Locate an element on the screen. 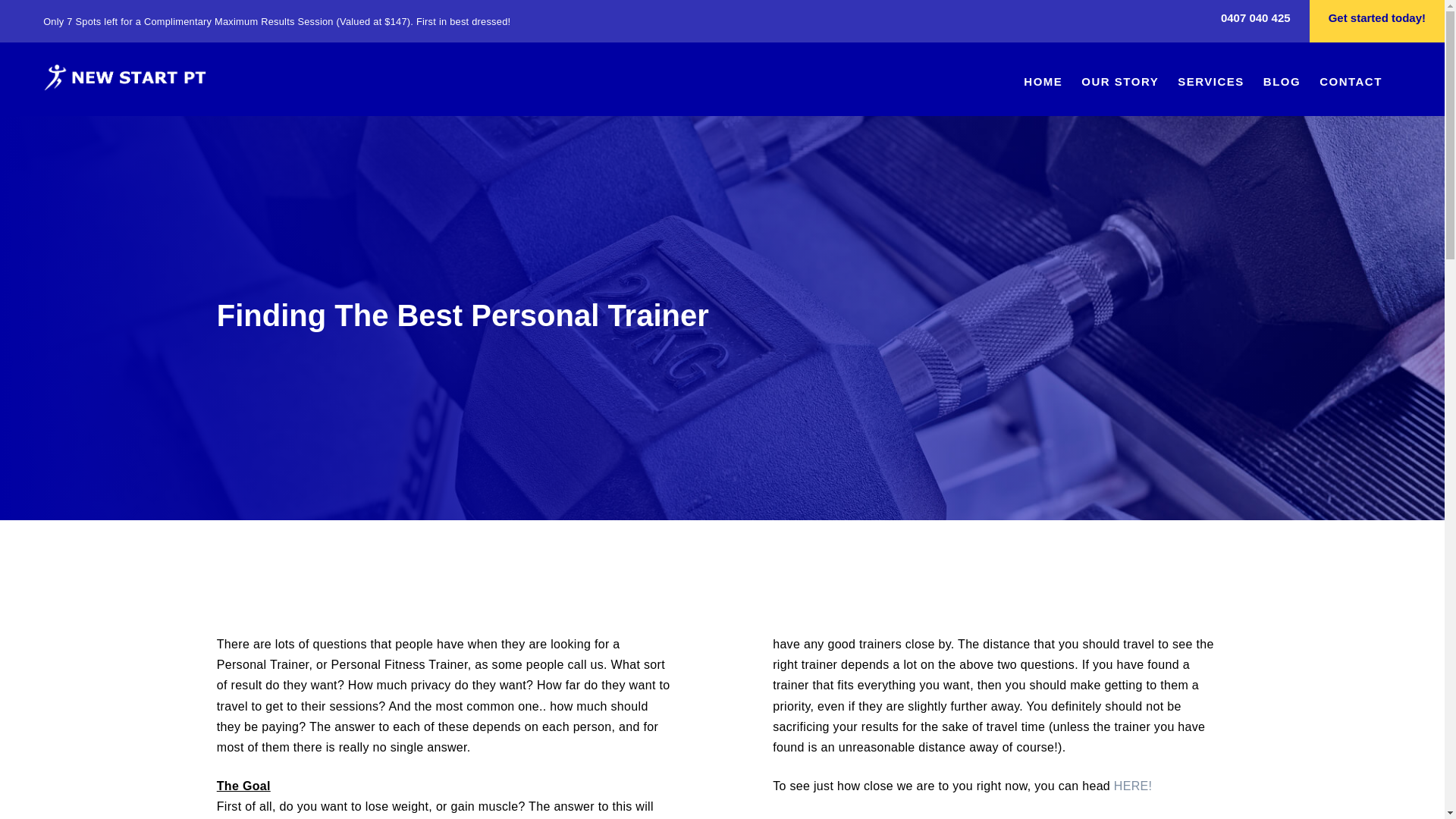  '0407 040 425' is located at coordinates (1256, 20).